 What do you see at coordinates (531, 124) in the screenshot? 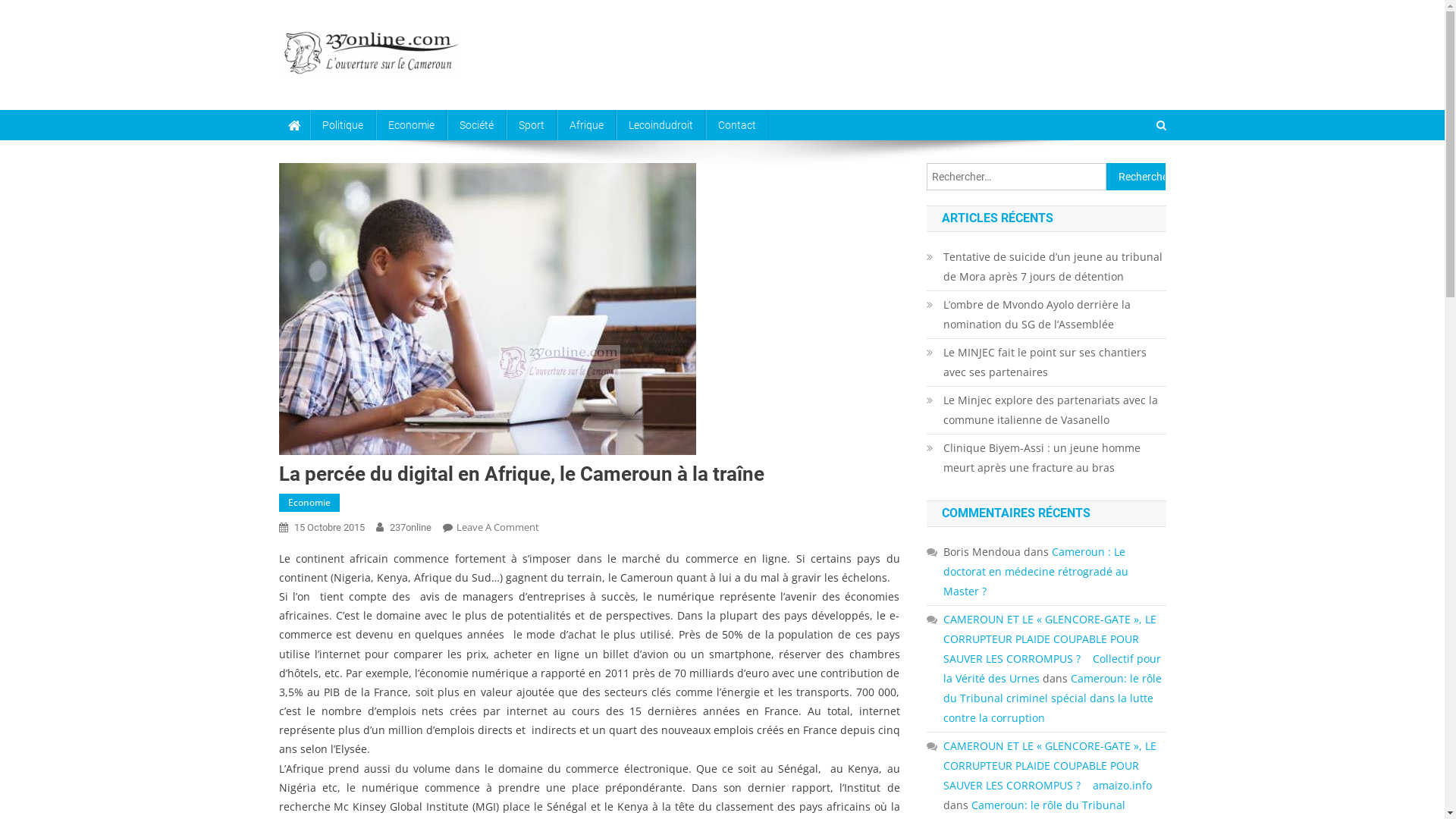
I see `'Sport'` at bounding box center [531, 124].